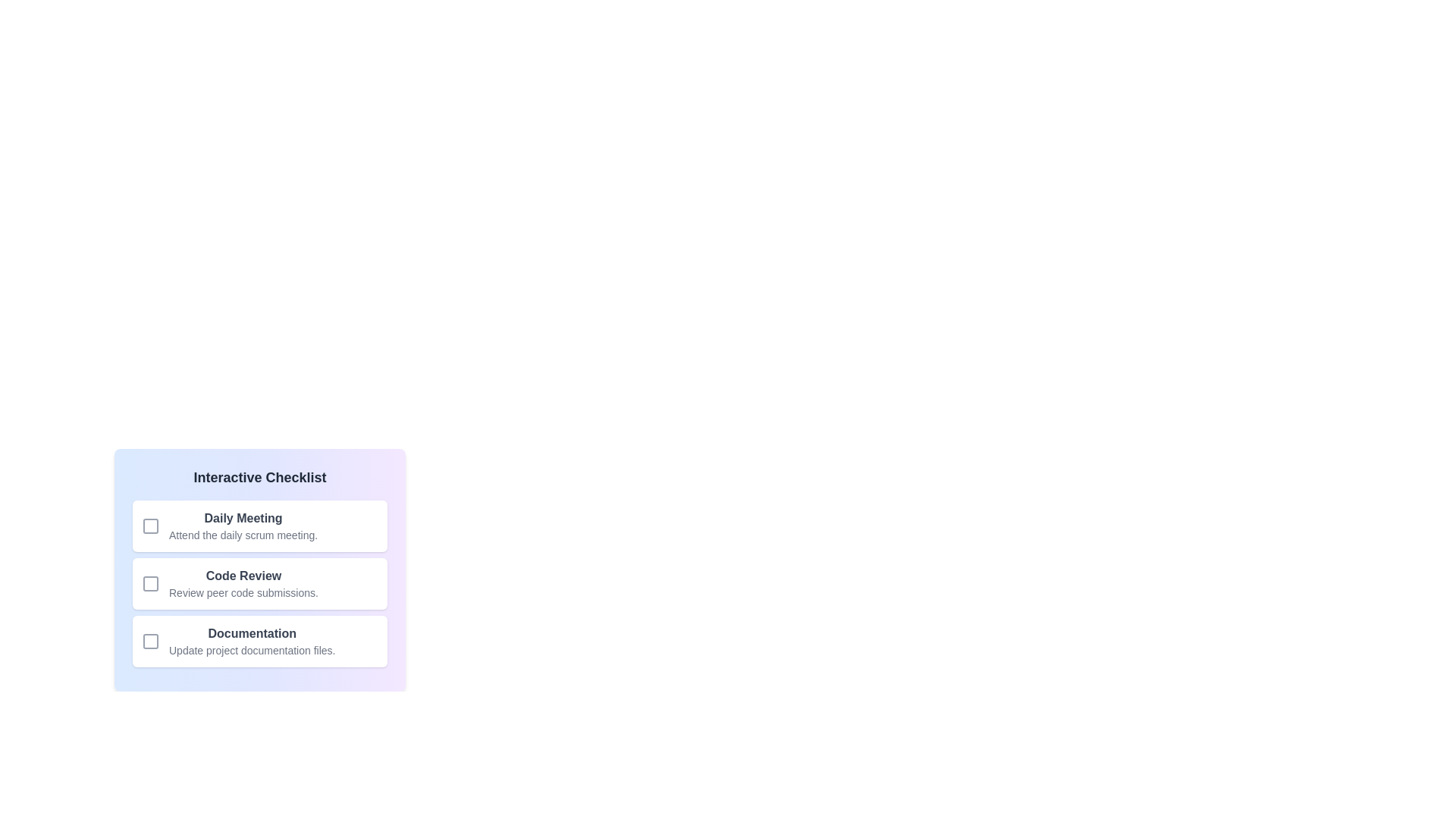 The width and height of the screenshot is (1456, 819). I want to click on the second checklist item labeled for reviewing peer code submissions, so click(243, 583).